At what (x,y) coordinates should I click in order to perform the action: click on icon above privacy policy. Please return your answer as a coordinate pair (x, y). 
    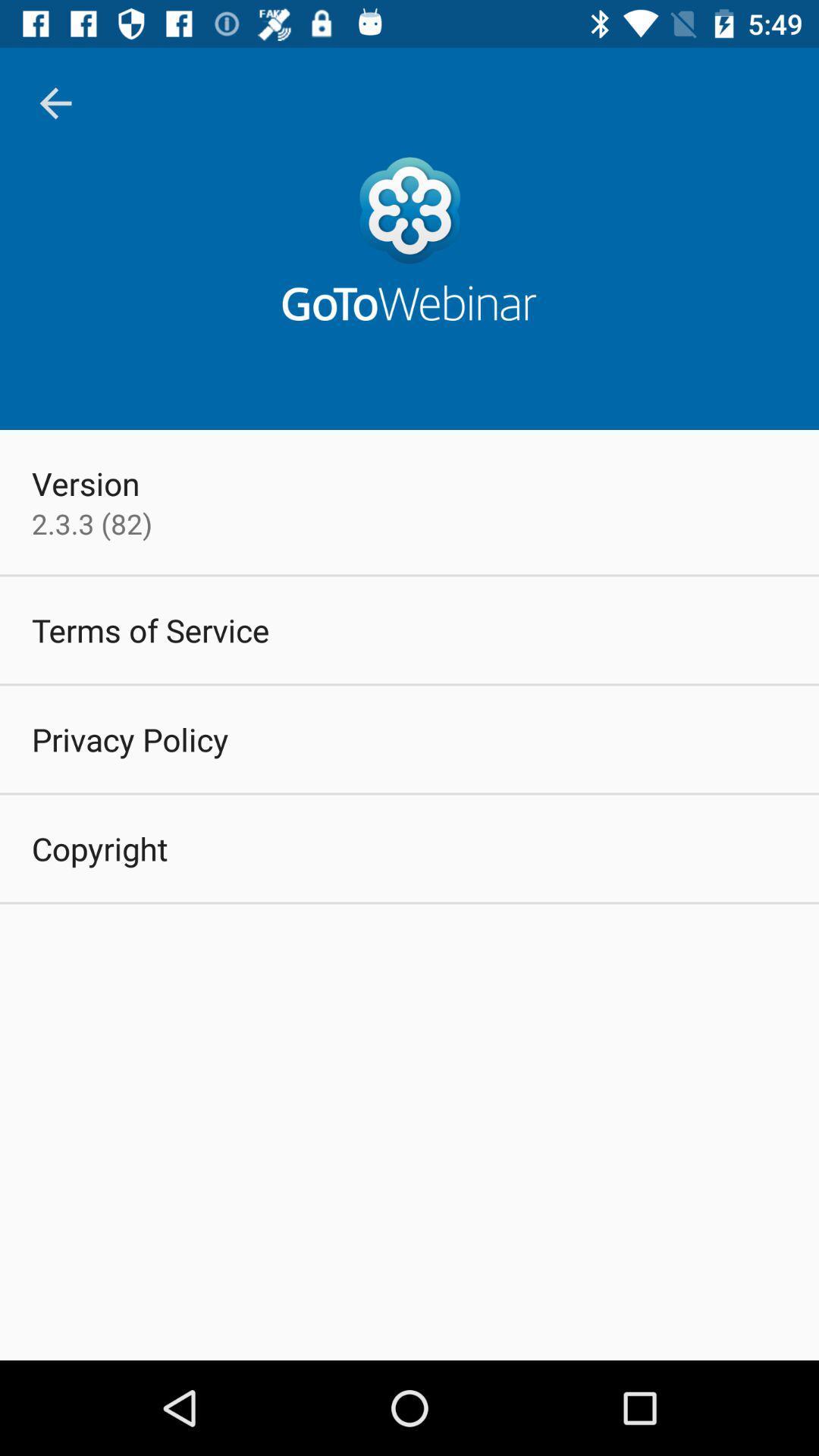
    Looking at the image, I should click on (150, 629).